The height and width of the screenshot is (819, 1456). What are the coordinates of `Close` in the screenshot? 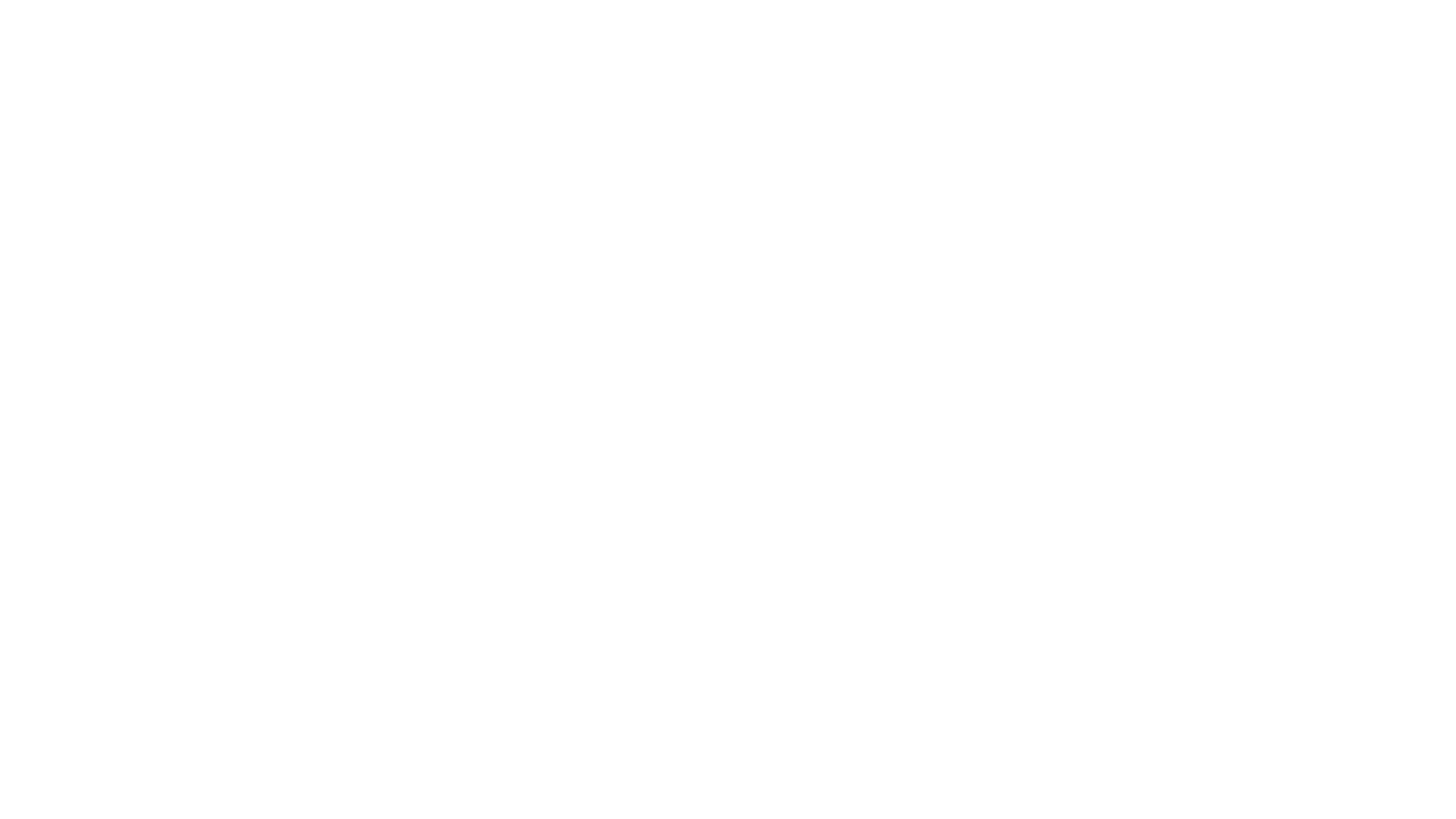 It's located at (1437, 794).